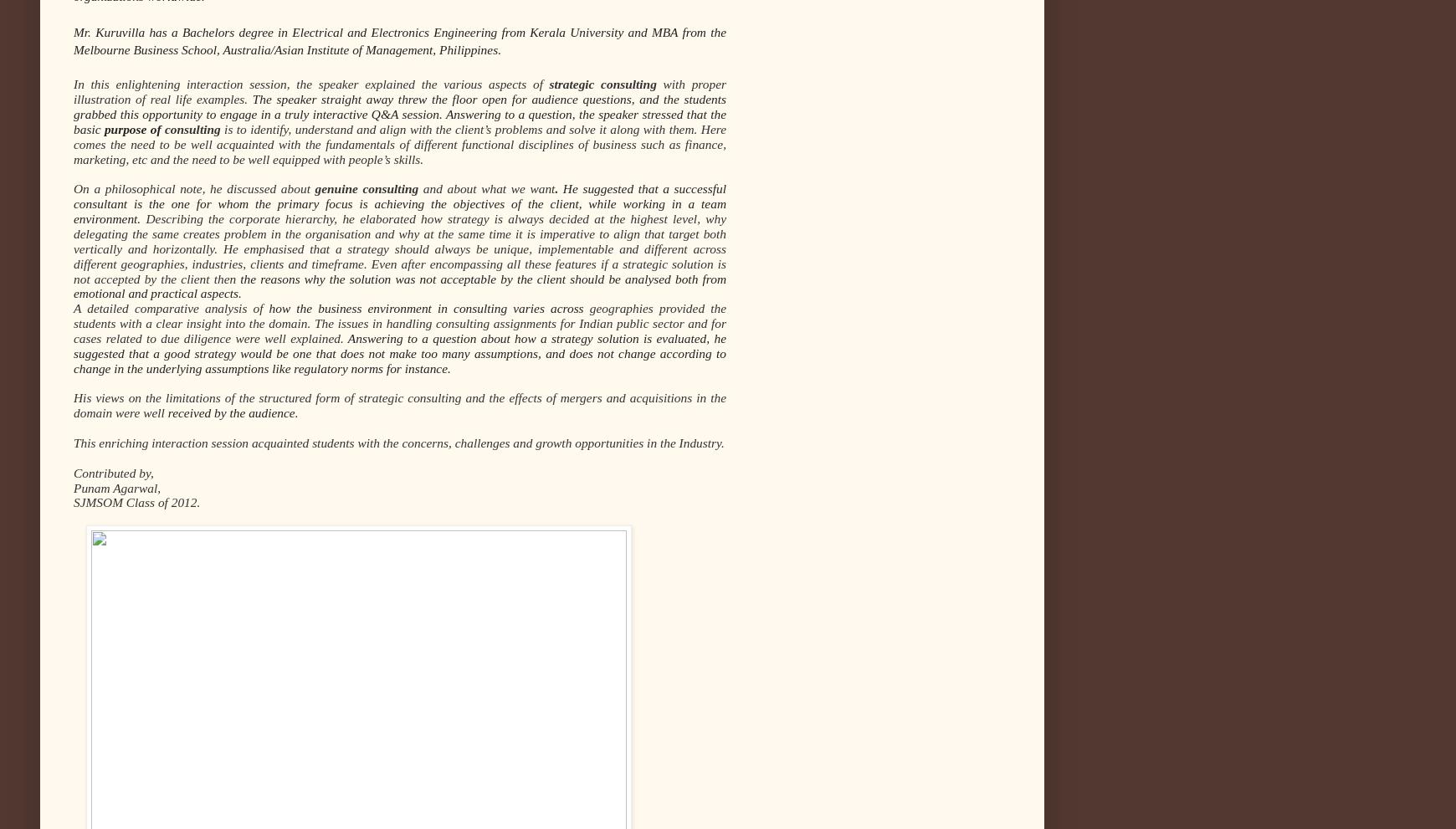 This screenshot has width=1456, height=829. Describe the element at coordinates (398, 248) in the screenshot. I see `'Describing the corporate hierarchy, he elaborated how strategy is always decided at the highest level, why delegating the same creates problem in the organisation and why at the same time it is imperative to align that target both vertically and horizontally. He emphasised that a strategy should always be unique, implementable and different across different geographies, industries, clients and timeframe. Even after encompassing all these features if a strategic solution is not accepted by the client then'` at that location.